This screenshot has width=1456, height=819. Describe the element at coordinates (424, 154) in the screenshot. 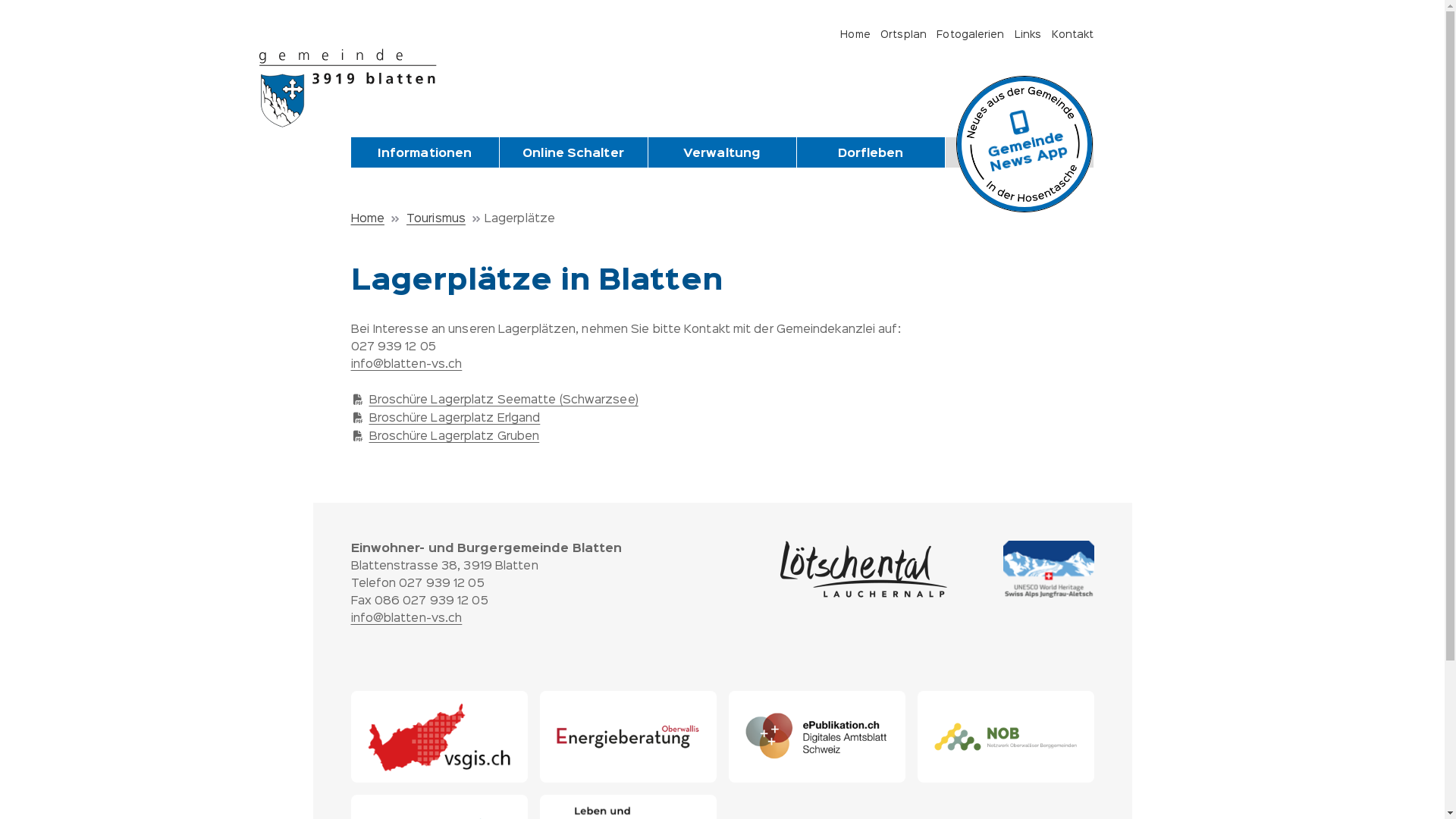

I see `'Informationen'` at that location.